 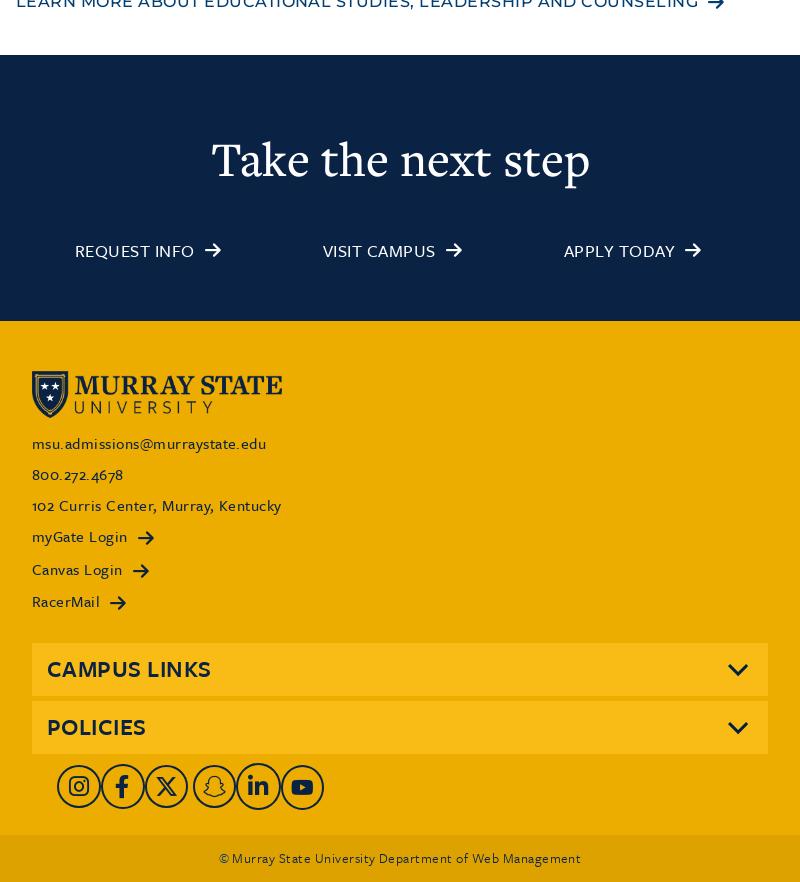 I want to click on 'Request Info', so click(x=134, y=249).